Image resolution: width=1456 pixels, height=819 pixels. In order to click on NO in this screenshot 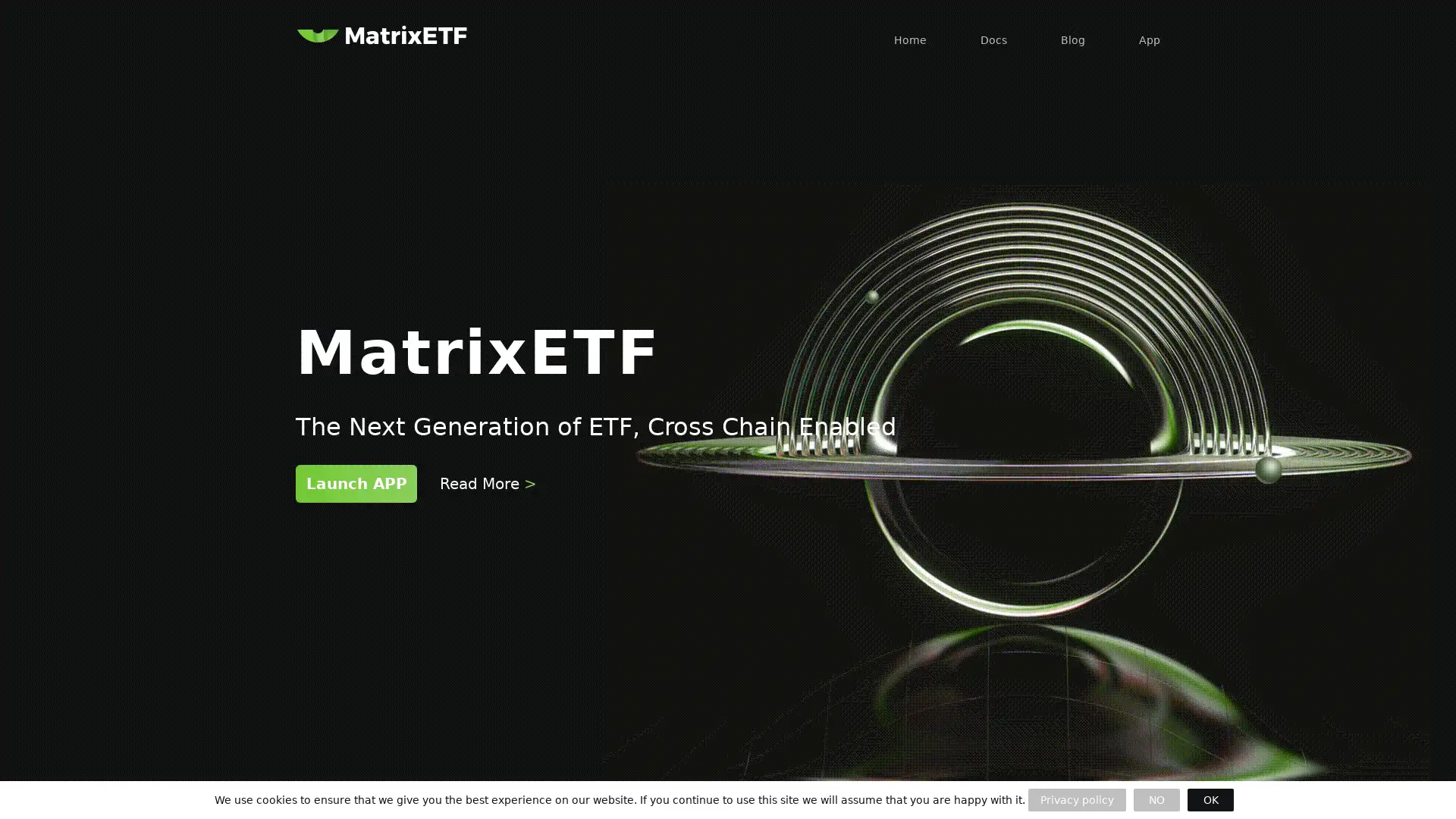, I will do `click(1156, 799)`.